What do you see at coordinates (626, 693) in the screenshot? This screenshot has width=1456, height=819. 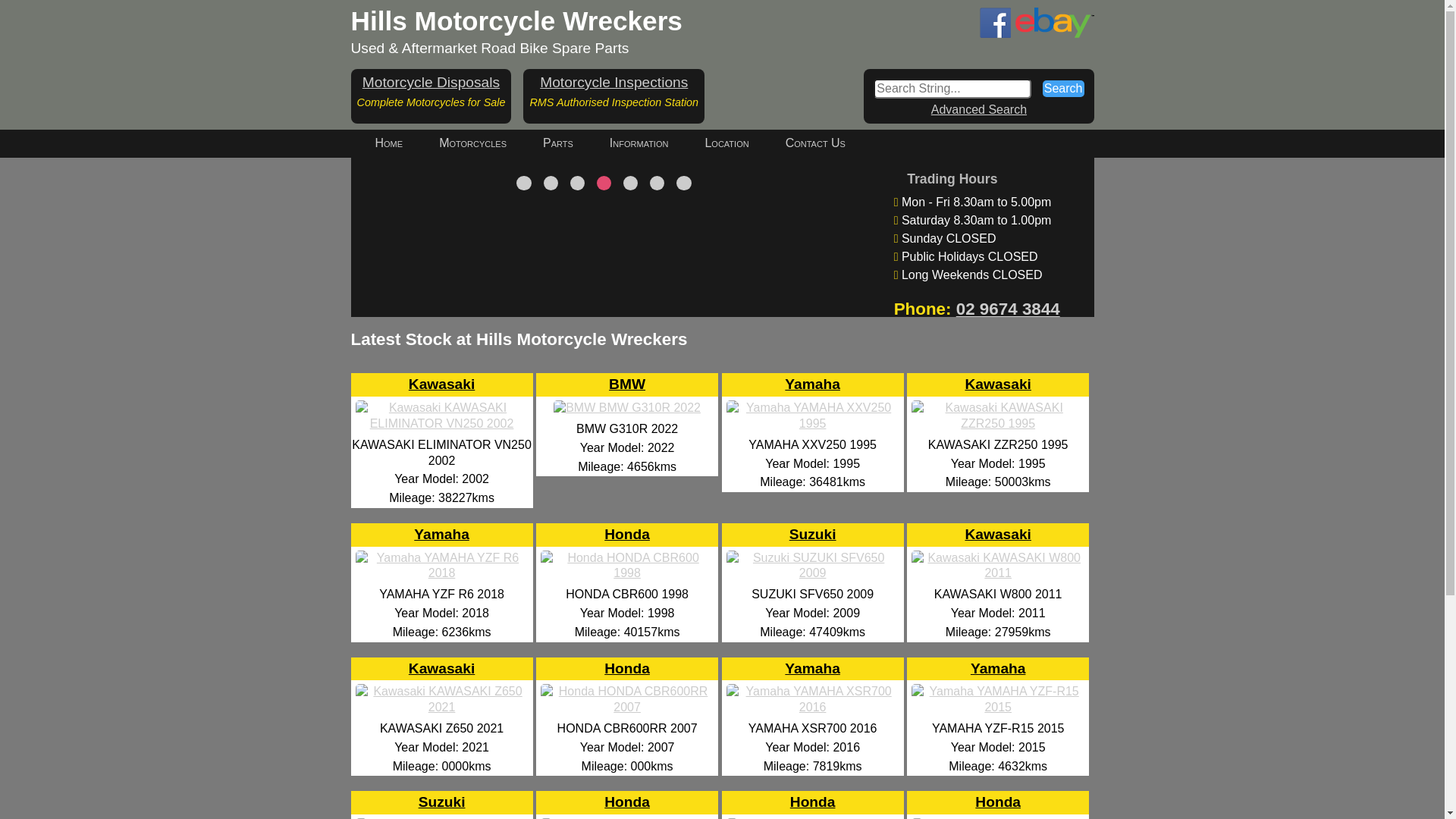 I see `'Honda'` at bounding box center [626, 693].